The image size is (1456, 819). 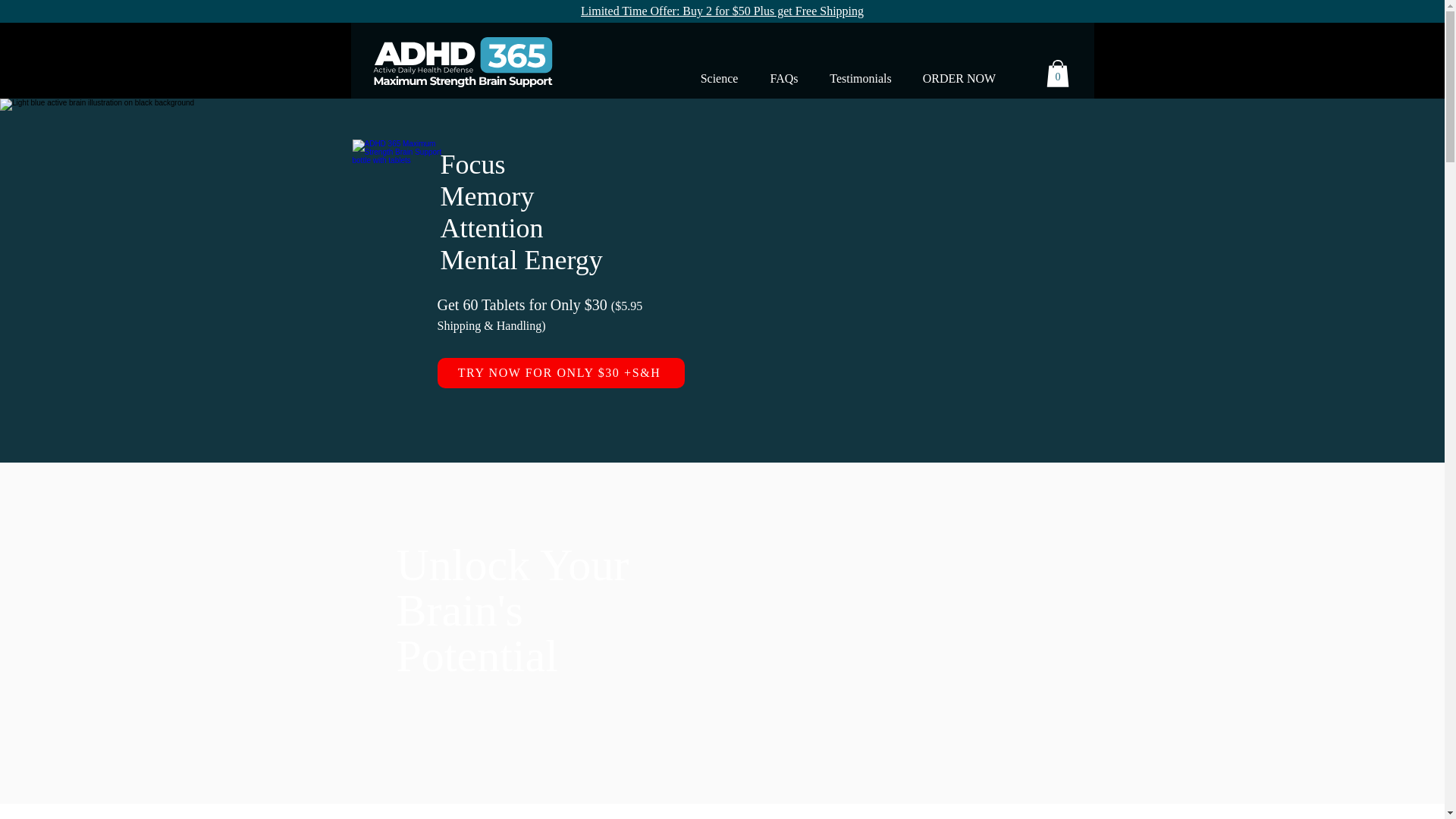 I want to click on 'TRY NOW FOR ONLY $30 +S&H', so click(x=560, y=373).